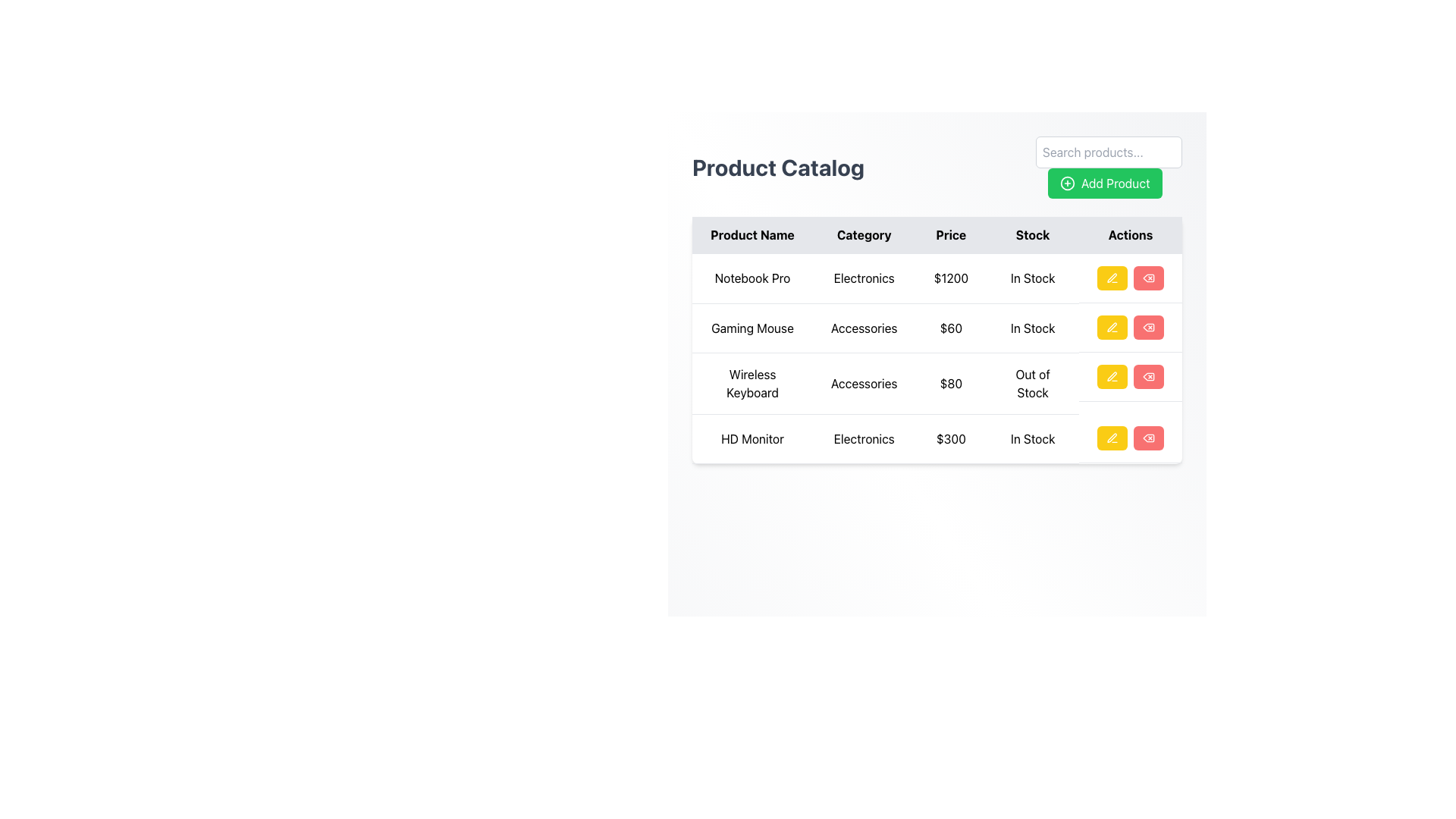 The height and width of the screenshot is (819, 1456). Describe the element at coordinates (1032, 327) in the screenshot. I see `the Text Label that indicates the stock availability status for the 'Gaming Mouse' in the fourth column of the second row in the table` at that location.